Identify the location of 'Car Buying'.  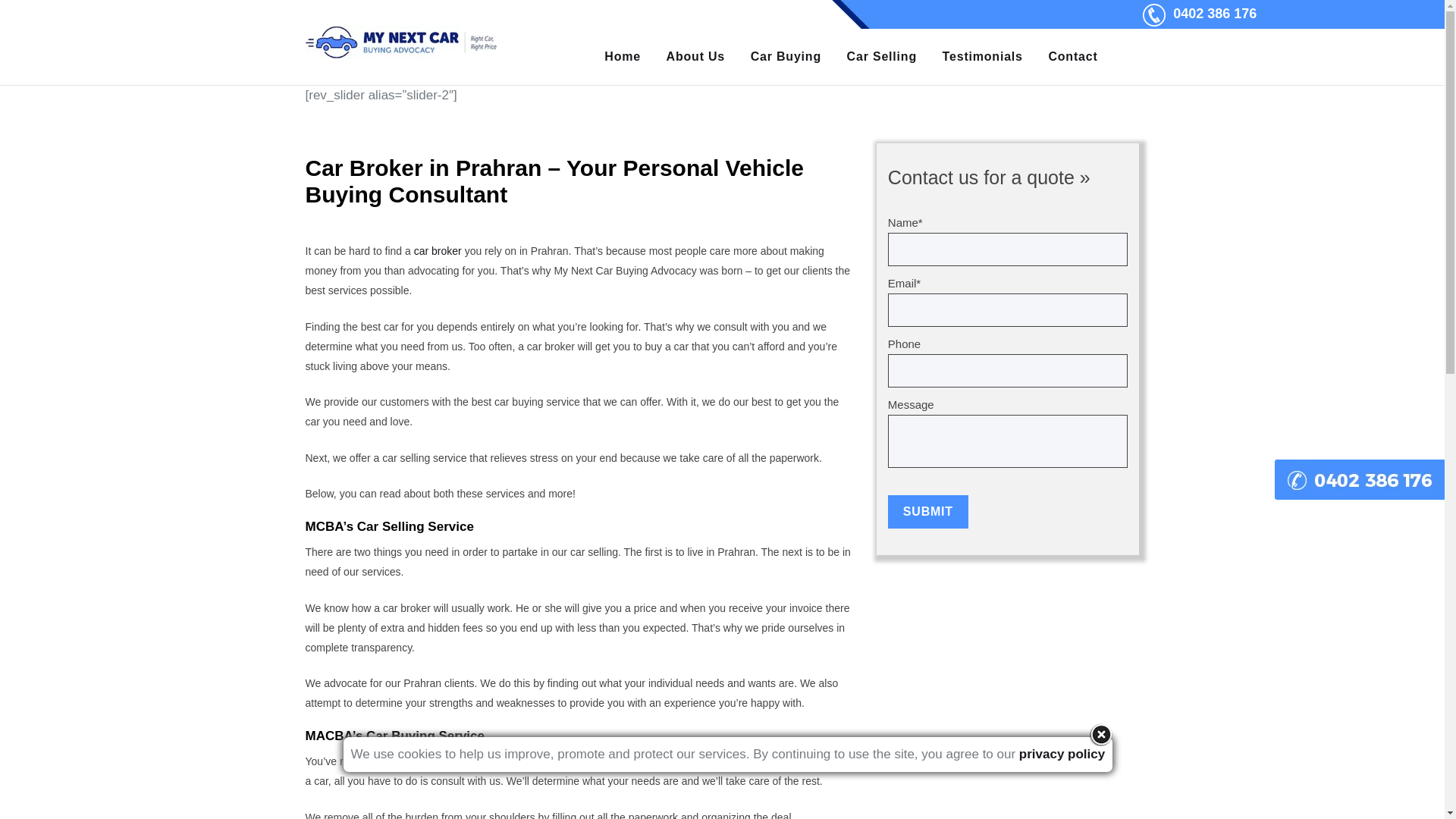
(786, 55).